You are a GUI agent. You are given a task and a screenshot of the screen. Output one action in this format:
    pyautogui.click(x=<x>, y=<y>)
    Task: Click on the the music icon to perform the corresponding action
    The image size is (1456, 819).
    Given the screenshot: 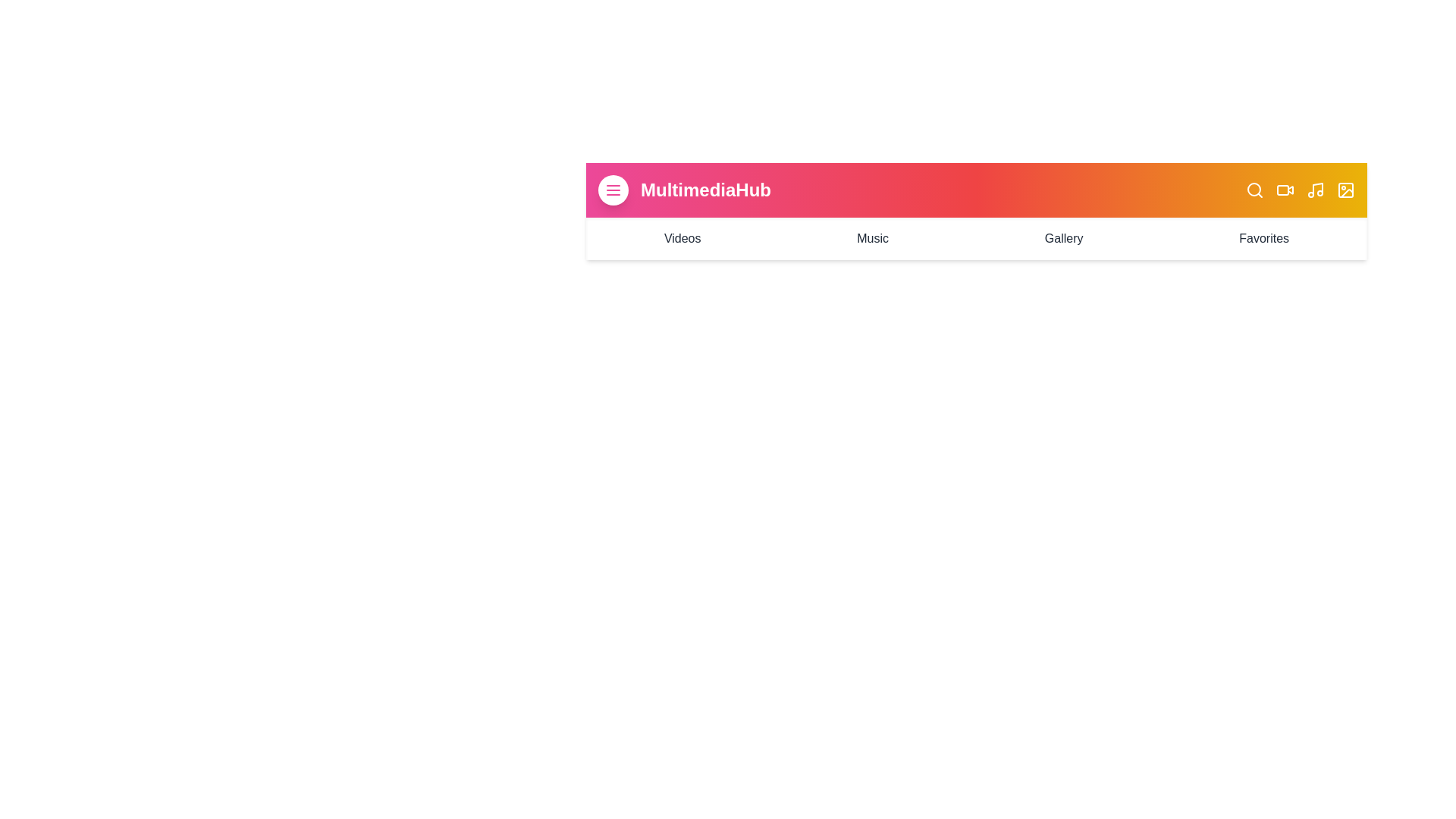 What is the action you would take?
    pyautogui.click(x=1314, y=189)
    